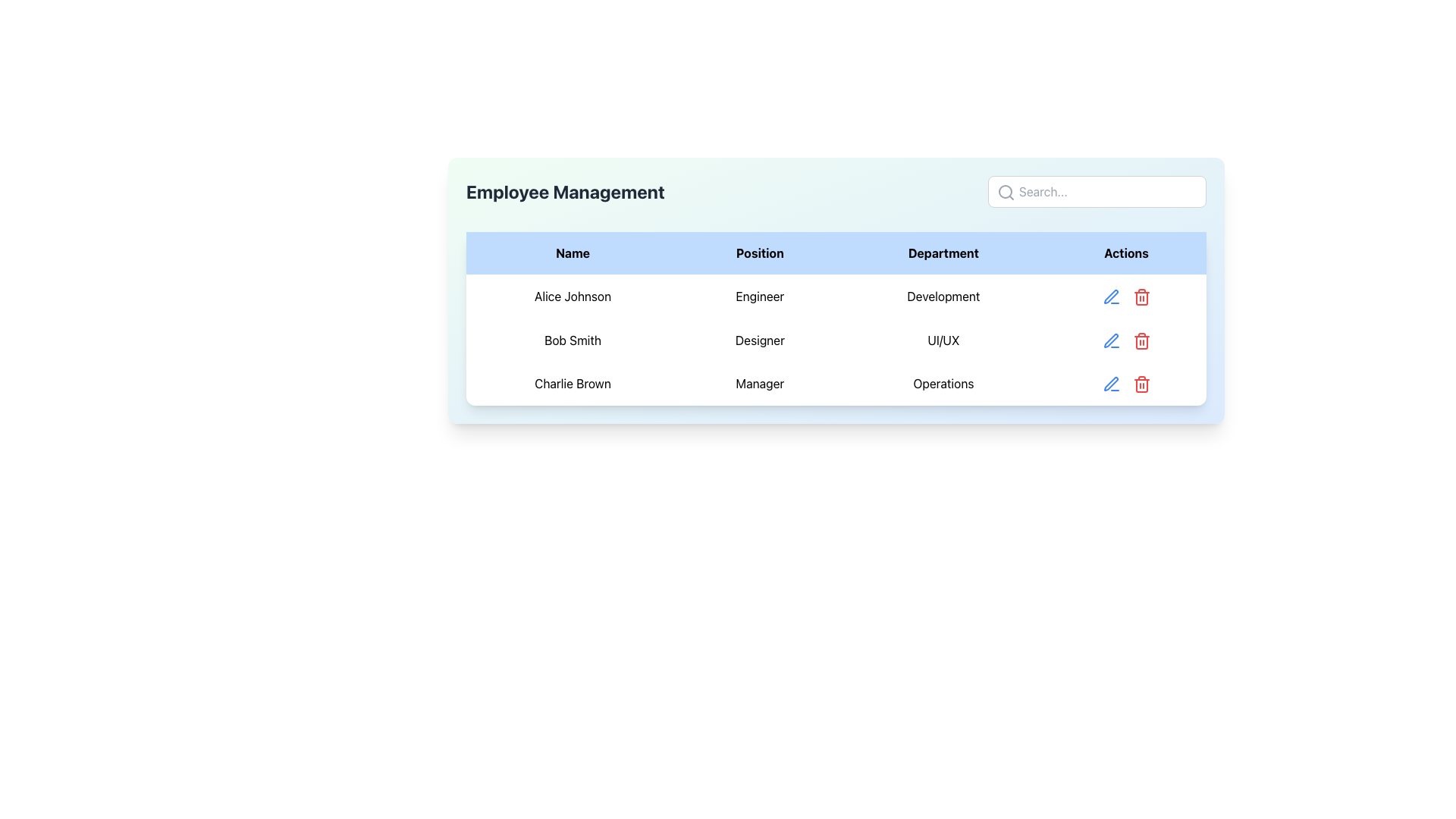 The width and height of the screenshot is (1456, 819). What do you see at coordinates (943, 296) in the screenshot?
I see `the 'Development' text label located in the 'Department' column of the 'Employee Management' table, which is aligned with the row of 'Alice Johnson'` at bounding box center [943, 296].